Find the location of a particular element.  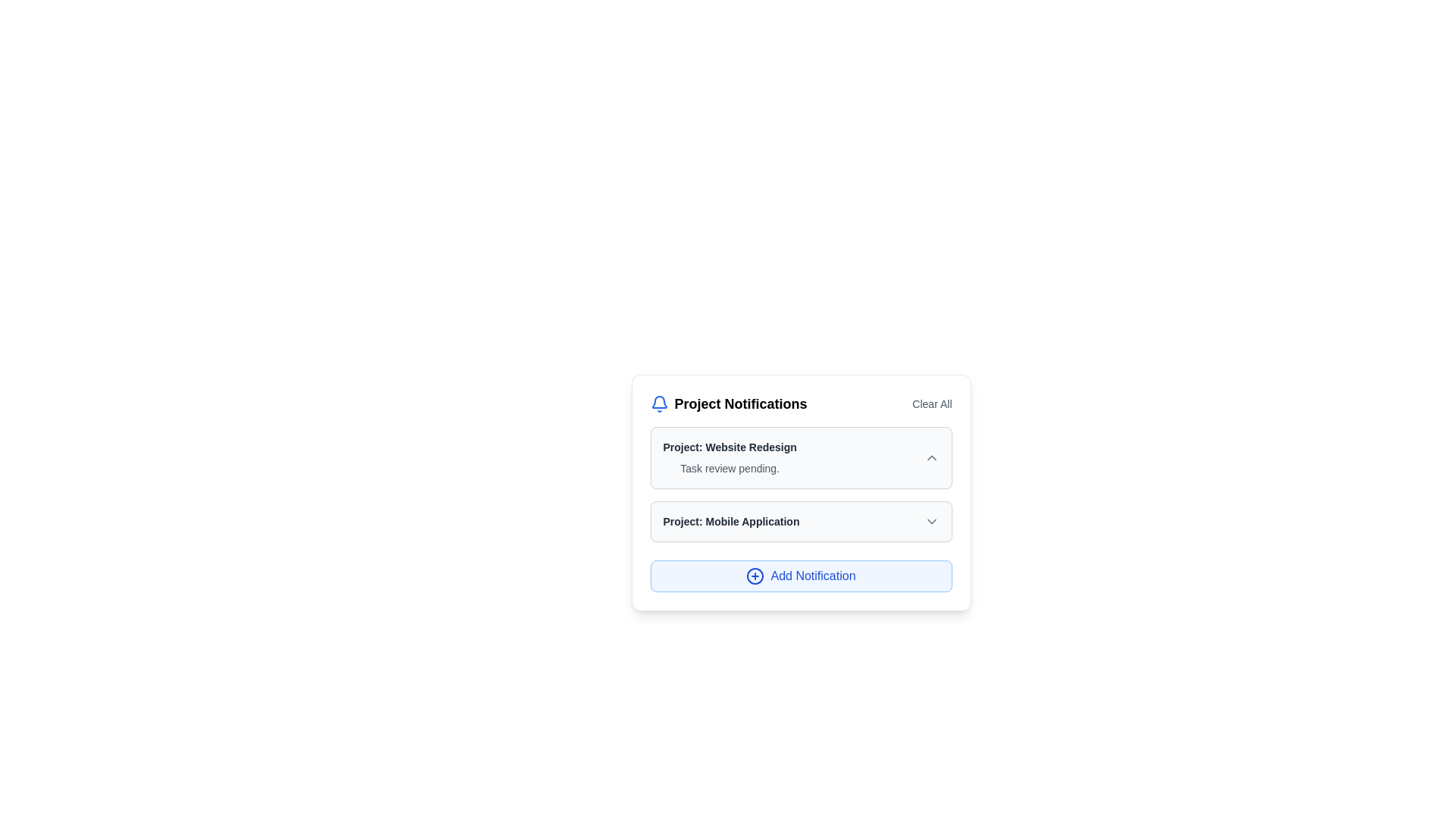

the 'Add Notification' button, which has a light blue background and rounded corners, to change its background color as per the hover styling is located at coordinates (800, 576).